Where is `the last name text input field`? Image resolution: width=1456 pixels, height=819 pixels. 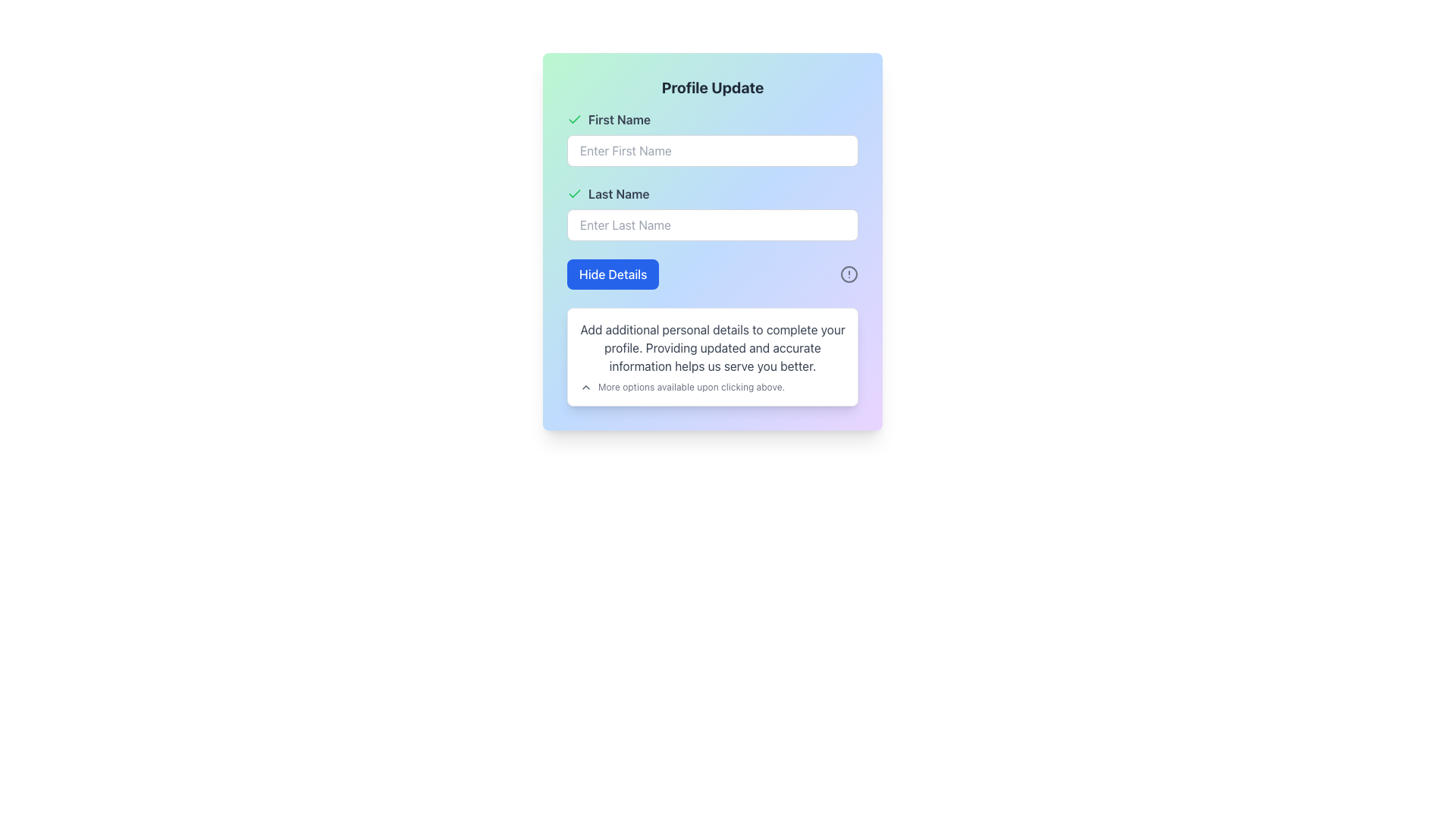 the last name text input field is located at coordinates (712, 213).